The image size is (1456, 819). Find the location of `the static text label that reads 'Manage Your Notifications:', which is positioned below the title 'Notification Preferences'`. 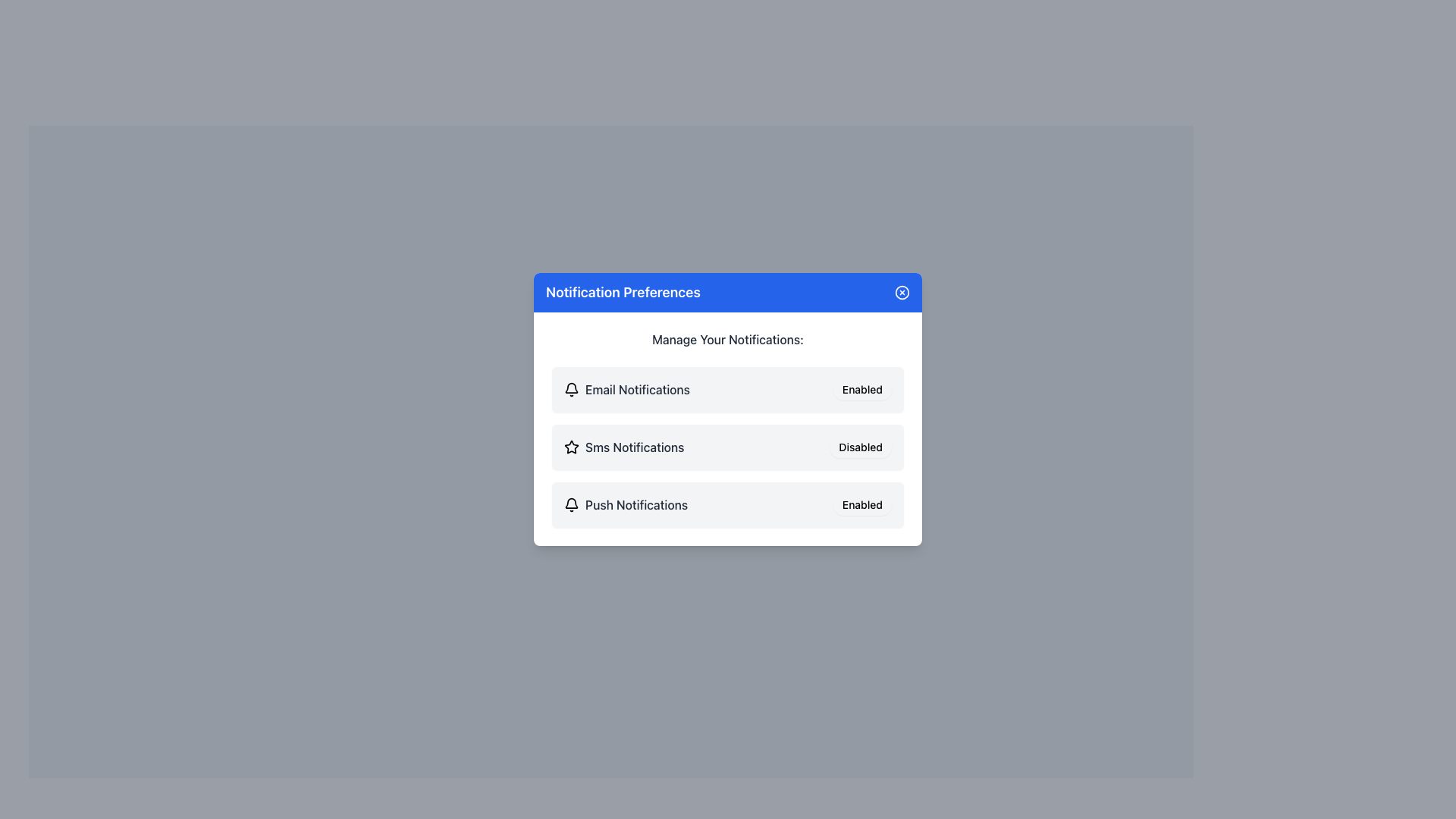

the static text label that reads 'Manage Your Notifications:', which is positioned below the title 'Notification Preferences' is located at coordinates (728, 338).